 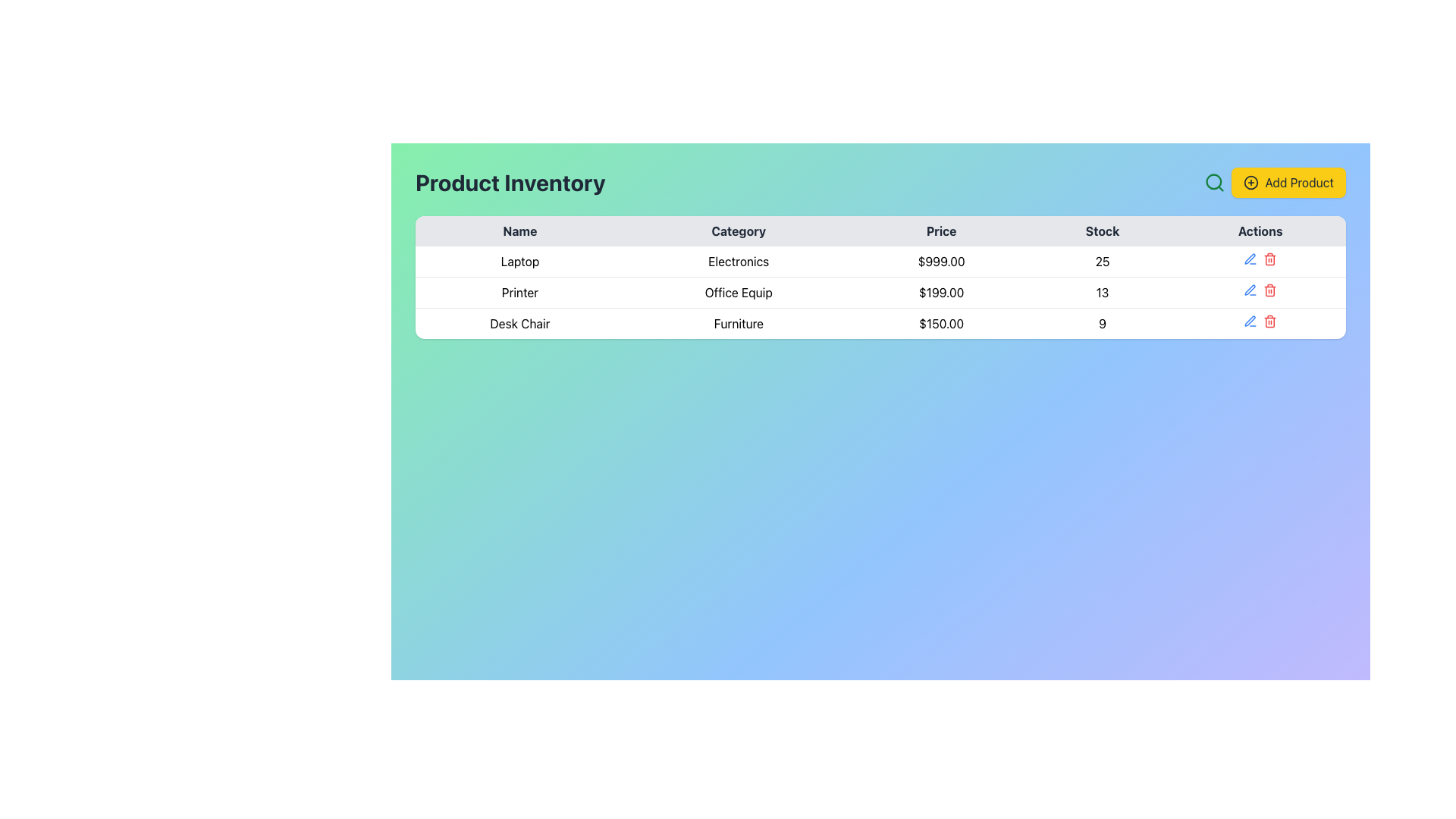 What do you see at coordinates (1270, 259) in the screenshot?
I see `the delete icon button located in the action column of the first row of the product inventory table` at bounding box center [1270, 259].